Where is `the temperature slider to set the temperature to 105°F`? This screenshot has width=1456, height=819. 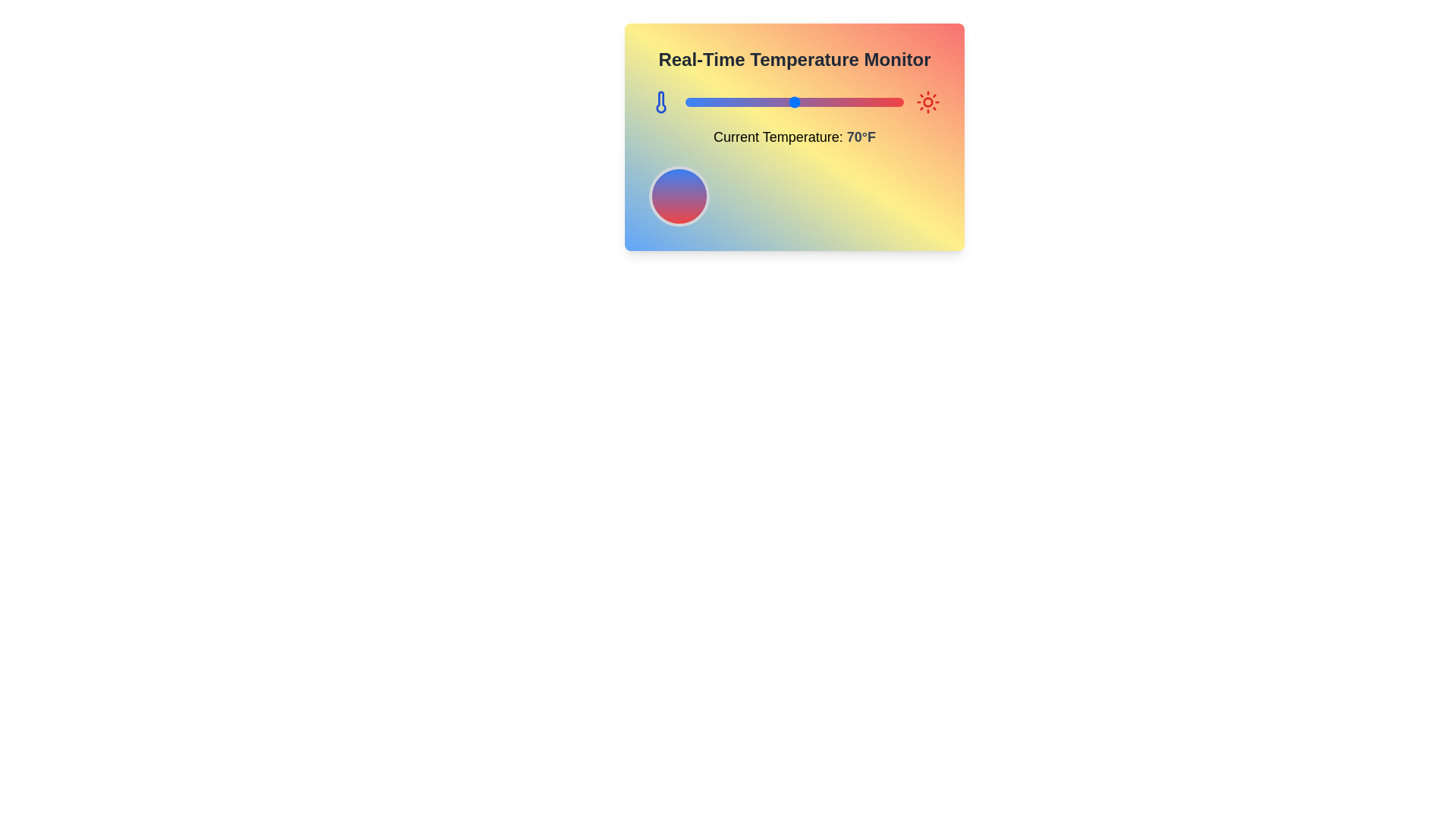 the temperature slider to set the temperature to 105°F is located at coordinates (871, 102).